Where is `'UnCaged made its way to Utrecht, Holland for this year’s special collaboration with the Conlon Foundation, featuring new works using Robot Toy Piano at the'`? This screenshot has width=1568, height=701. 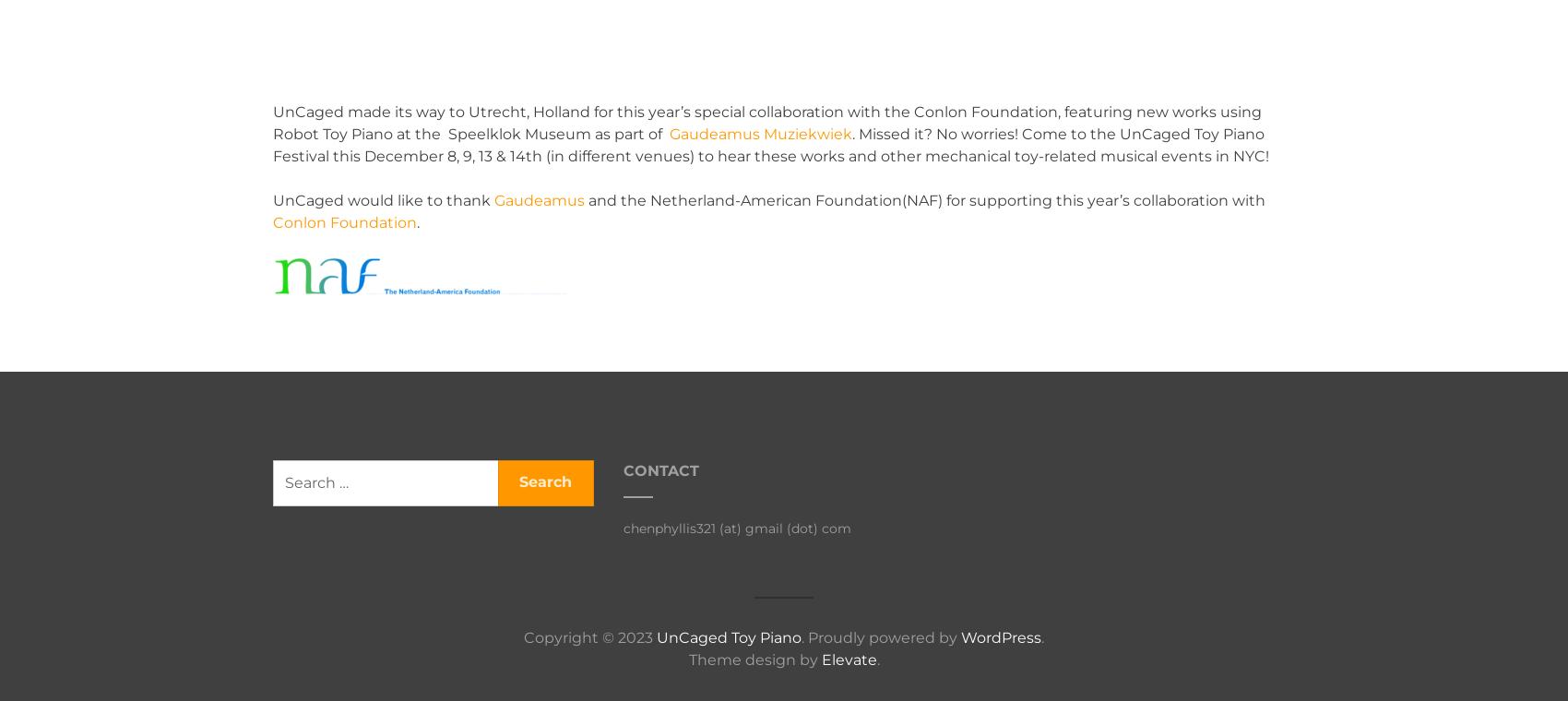 'UnCaged made its way to Utrecht, Holland for this year’s special collaboration with the Conlon Foundation, featuring new works using Robot Toy Piano at the' is located at coordinates (766, 123).